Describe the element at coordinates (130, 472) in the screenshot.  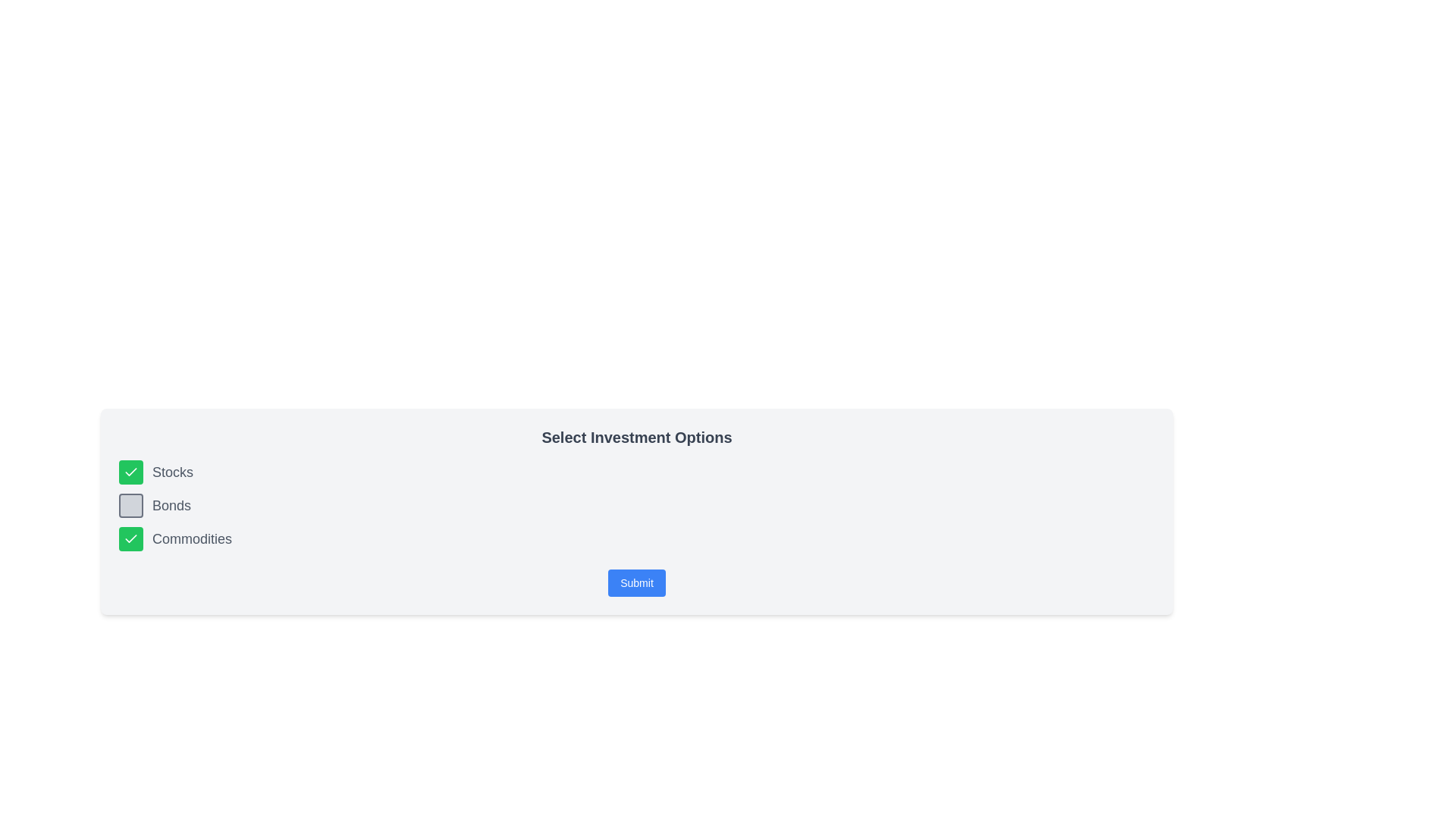
I see `the checkbox indicator` at that location.